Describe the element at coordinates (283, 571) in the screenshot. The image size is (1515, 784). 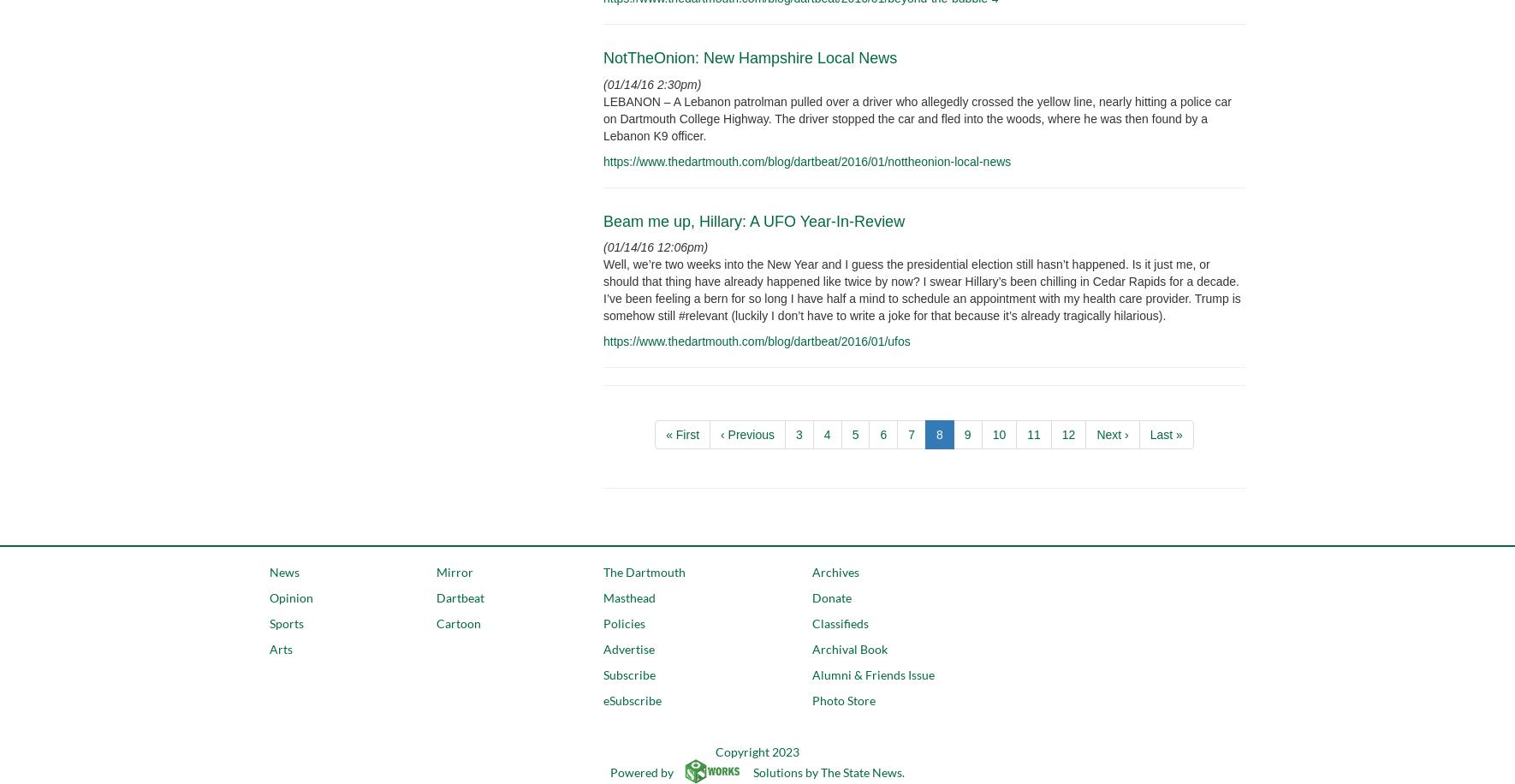
I see `'News'` at that location.